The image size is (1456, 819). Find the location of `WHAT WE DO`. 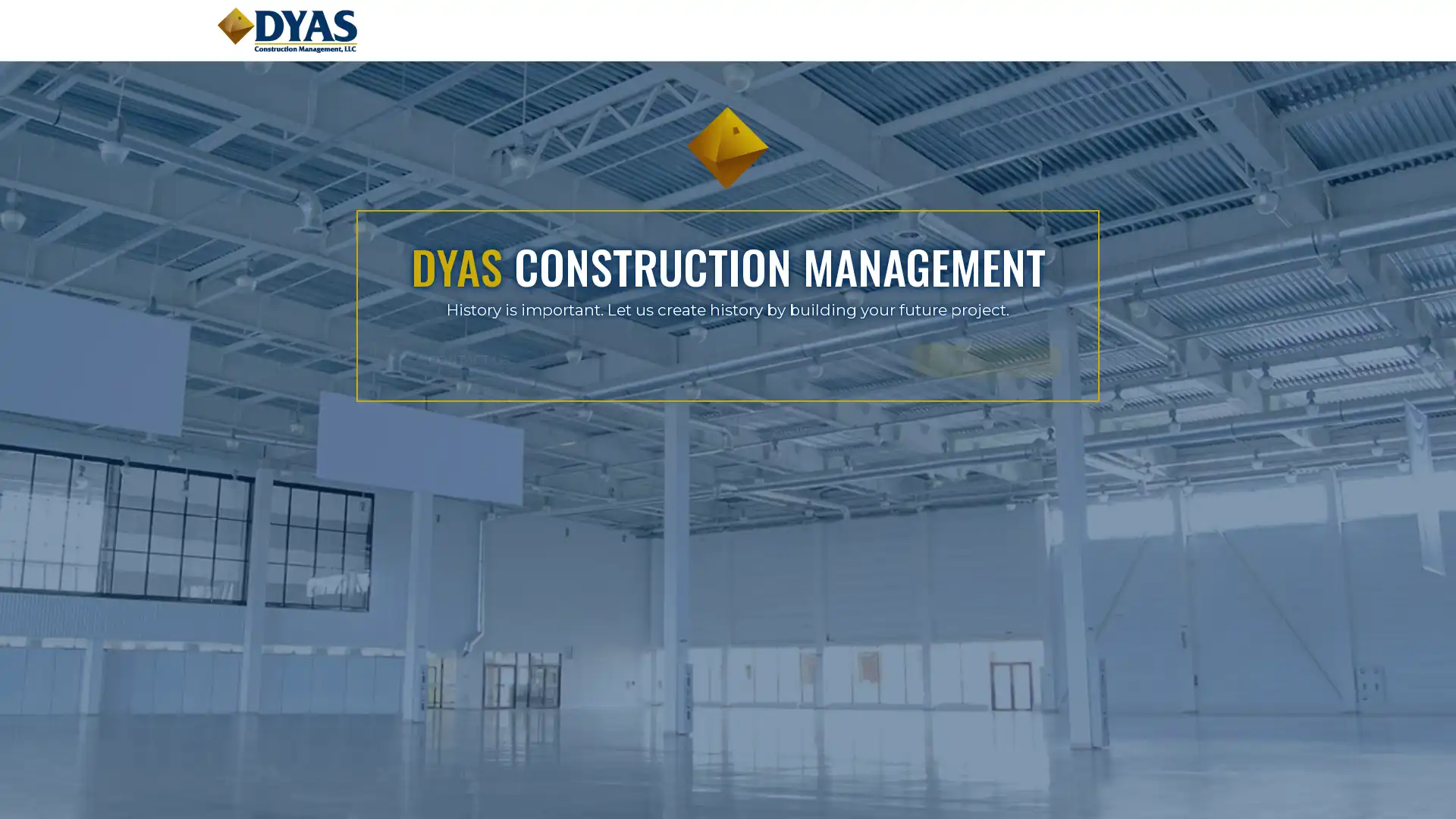

WHAT WE DO is located at coordinates (818, 359).